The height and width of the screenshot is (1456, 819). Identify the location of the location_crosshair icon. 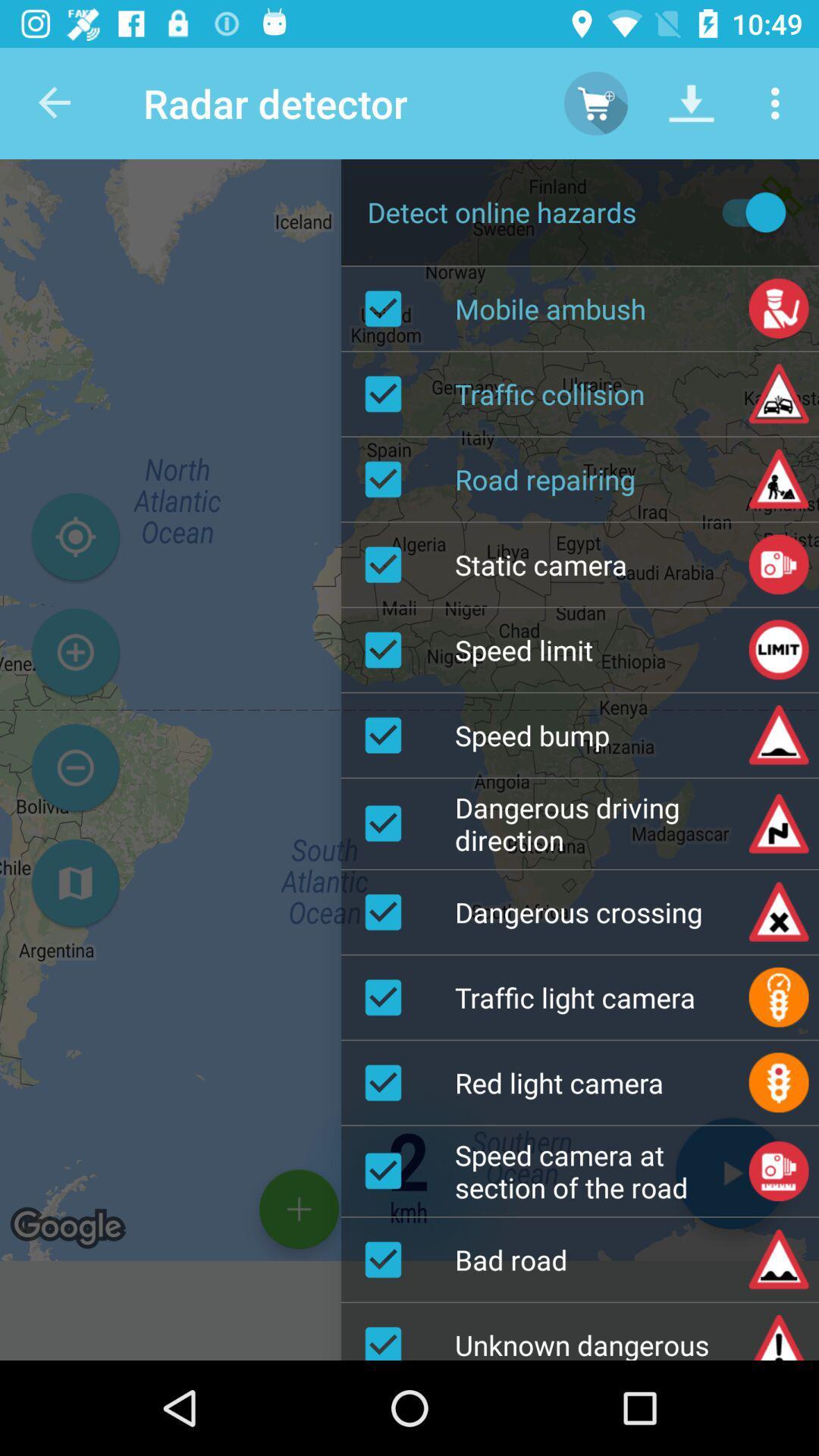
(75, 537).